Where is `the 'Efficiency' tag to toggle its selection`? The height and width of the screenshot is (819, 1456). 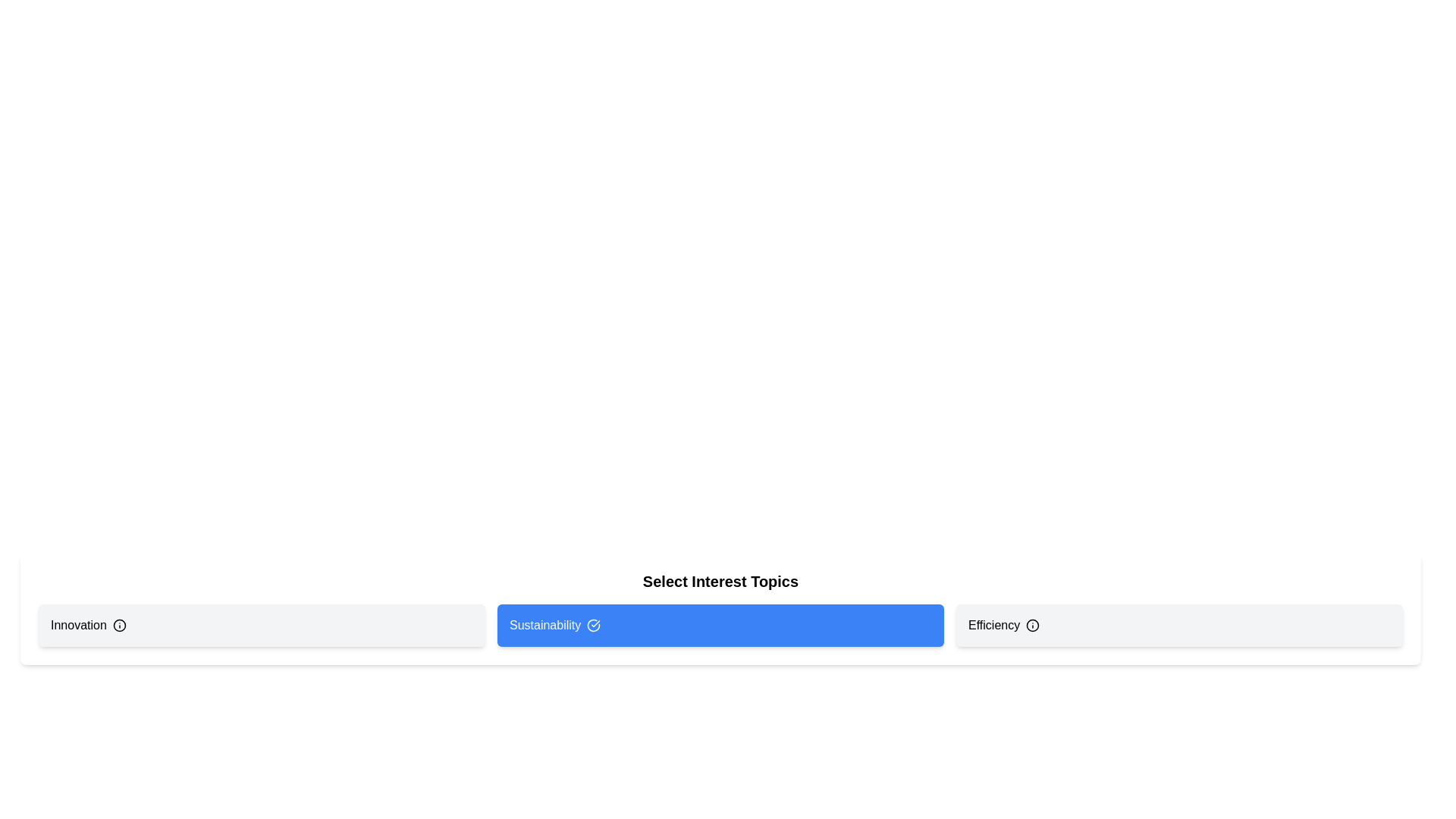 the 'Efficiency' tag to toggle its selection is located at coordinates (1178, 626).